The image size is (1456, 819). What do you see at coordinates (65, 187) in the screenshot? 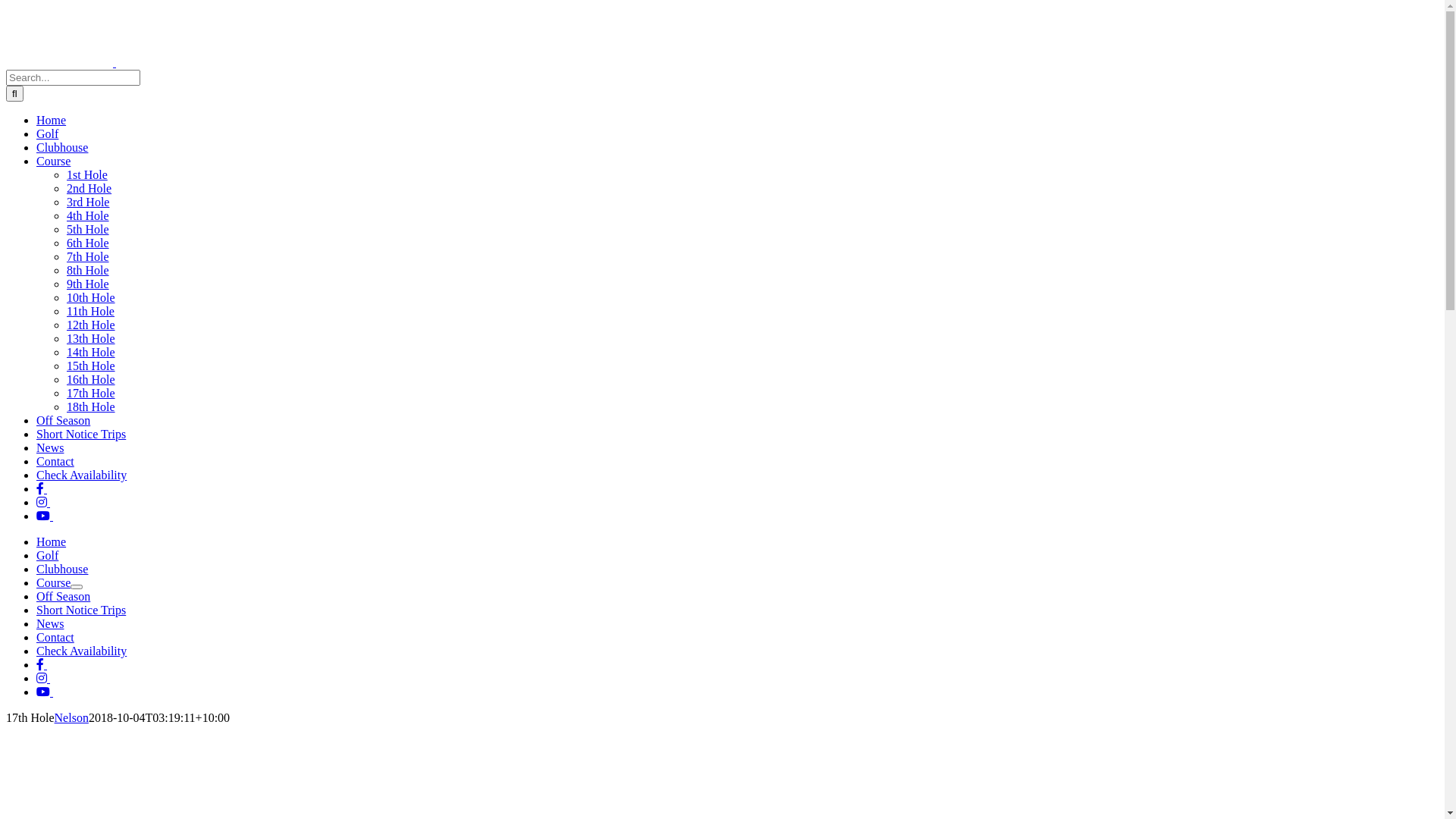
I see `'2nd Hole'` at bounding box center [65, 187].